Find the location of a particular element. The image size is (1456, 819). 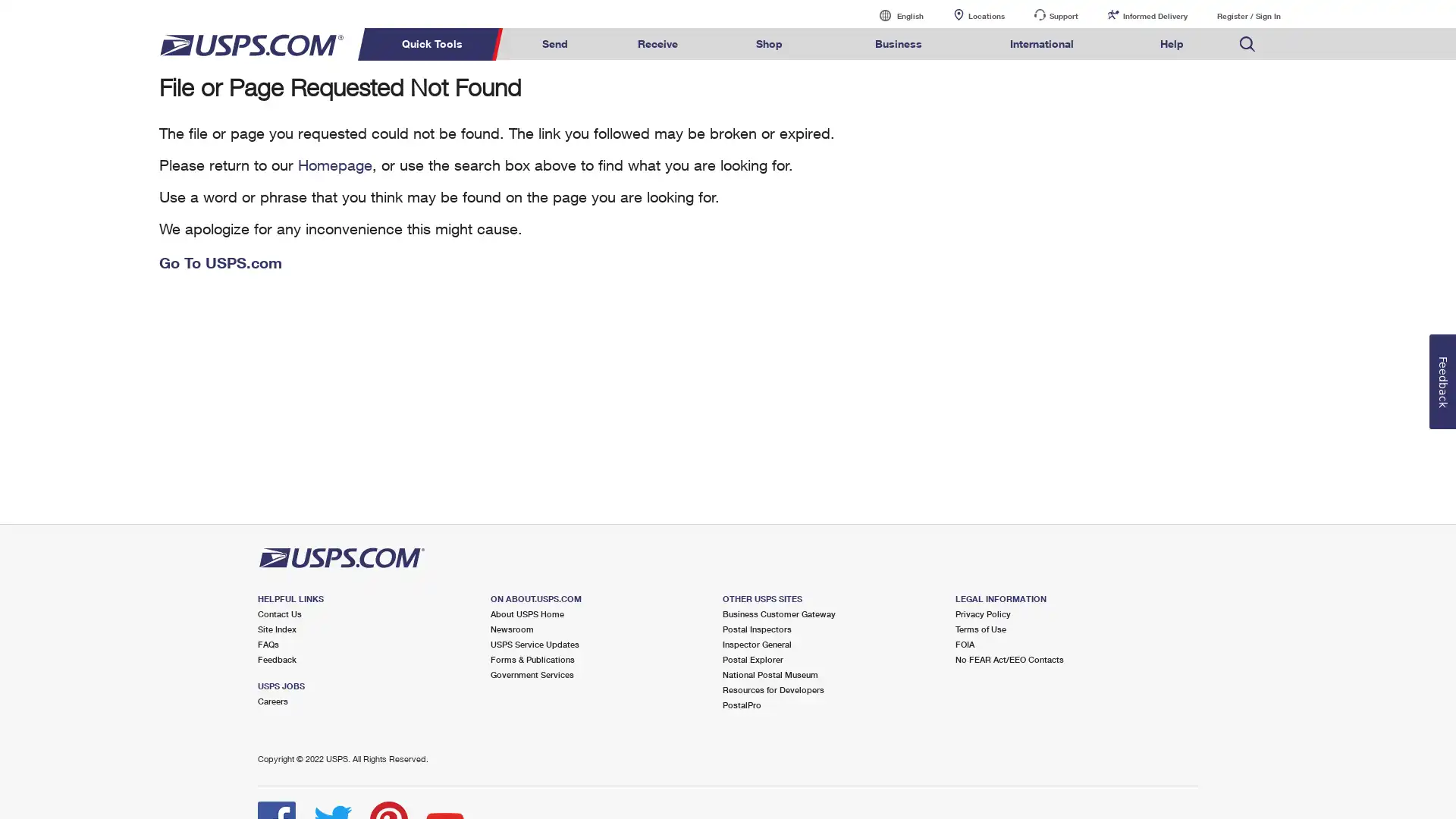

Search is located at coordinates (1254, 72).